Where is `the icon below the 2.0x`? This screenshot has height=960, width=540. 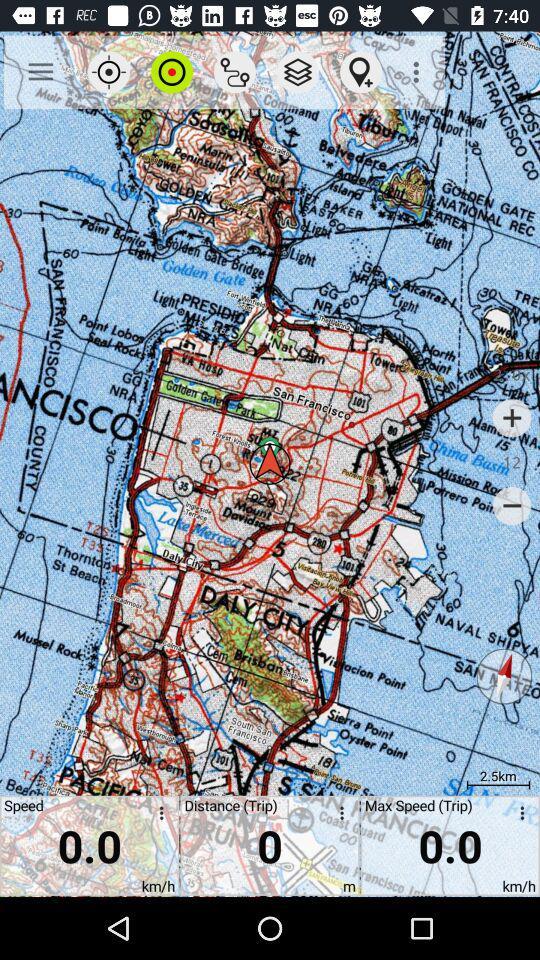
the icon below the 2.0x is located at coordinates (512, 417).